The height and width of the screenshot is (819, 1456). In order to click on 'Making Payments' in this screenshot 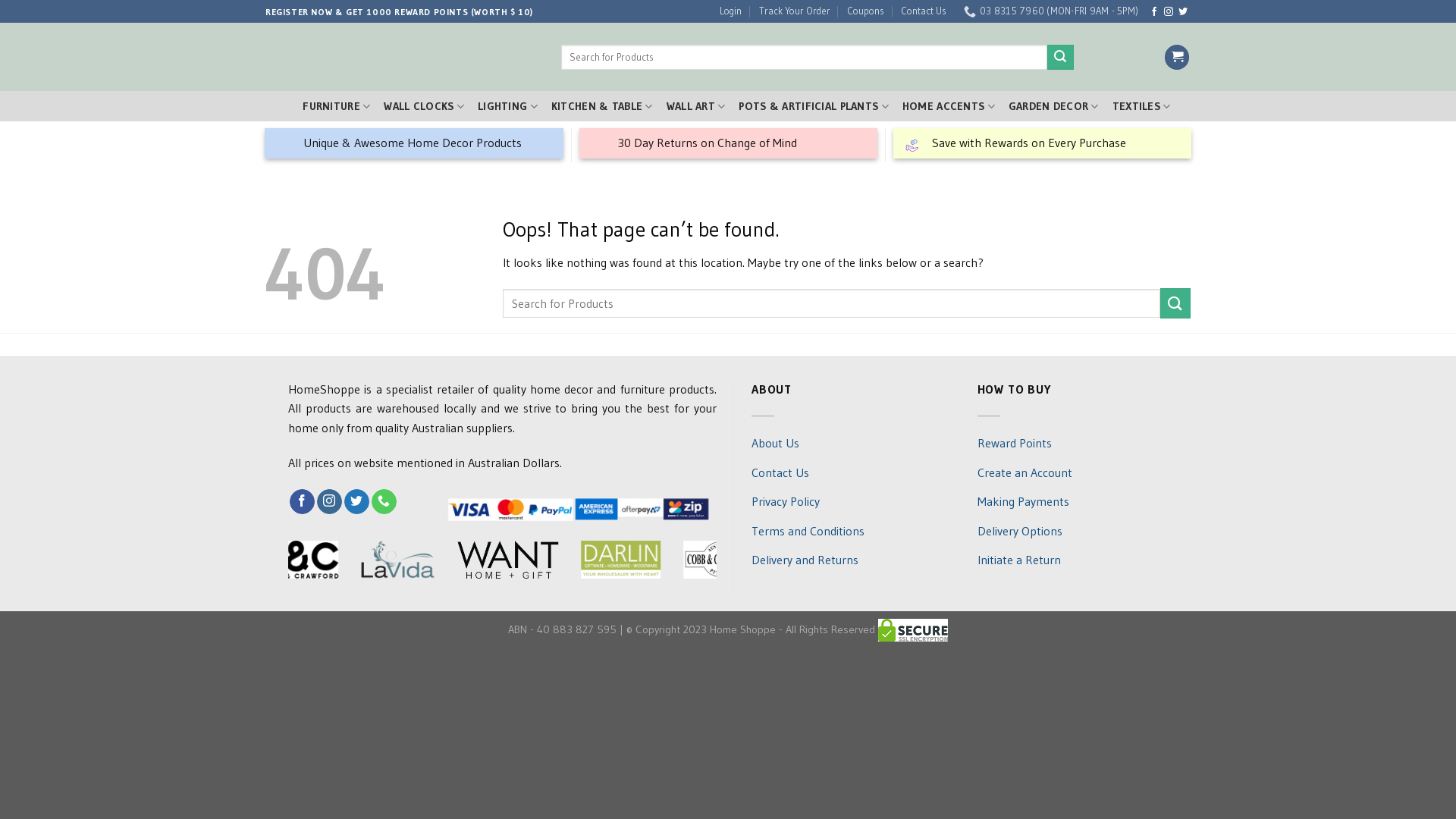, I will do `click(1022, 502)`.